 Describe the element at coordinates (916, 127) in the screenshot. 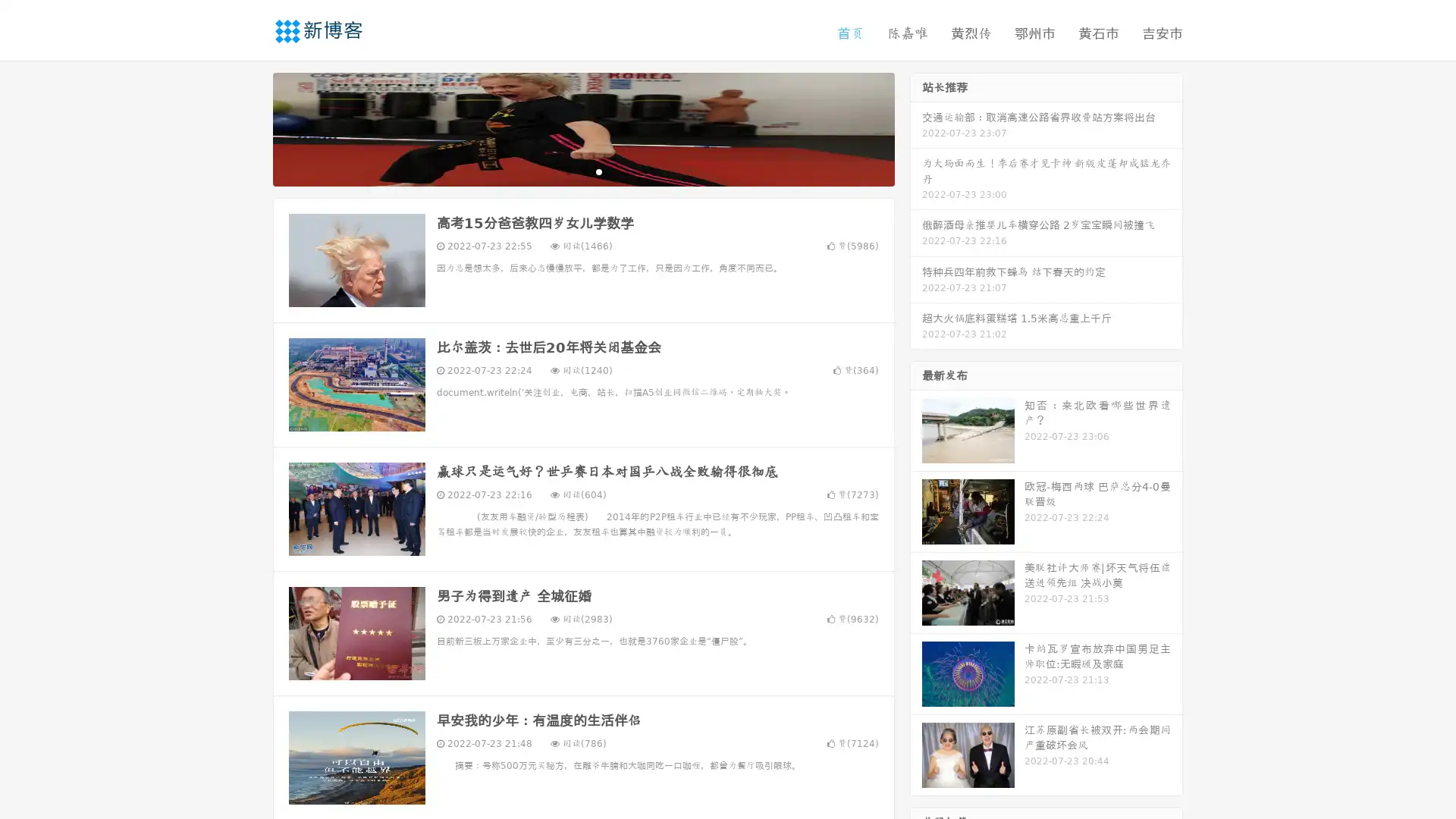

I see `Next slide` at that location.